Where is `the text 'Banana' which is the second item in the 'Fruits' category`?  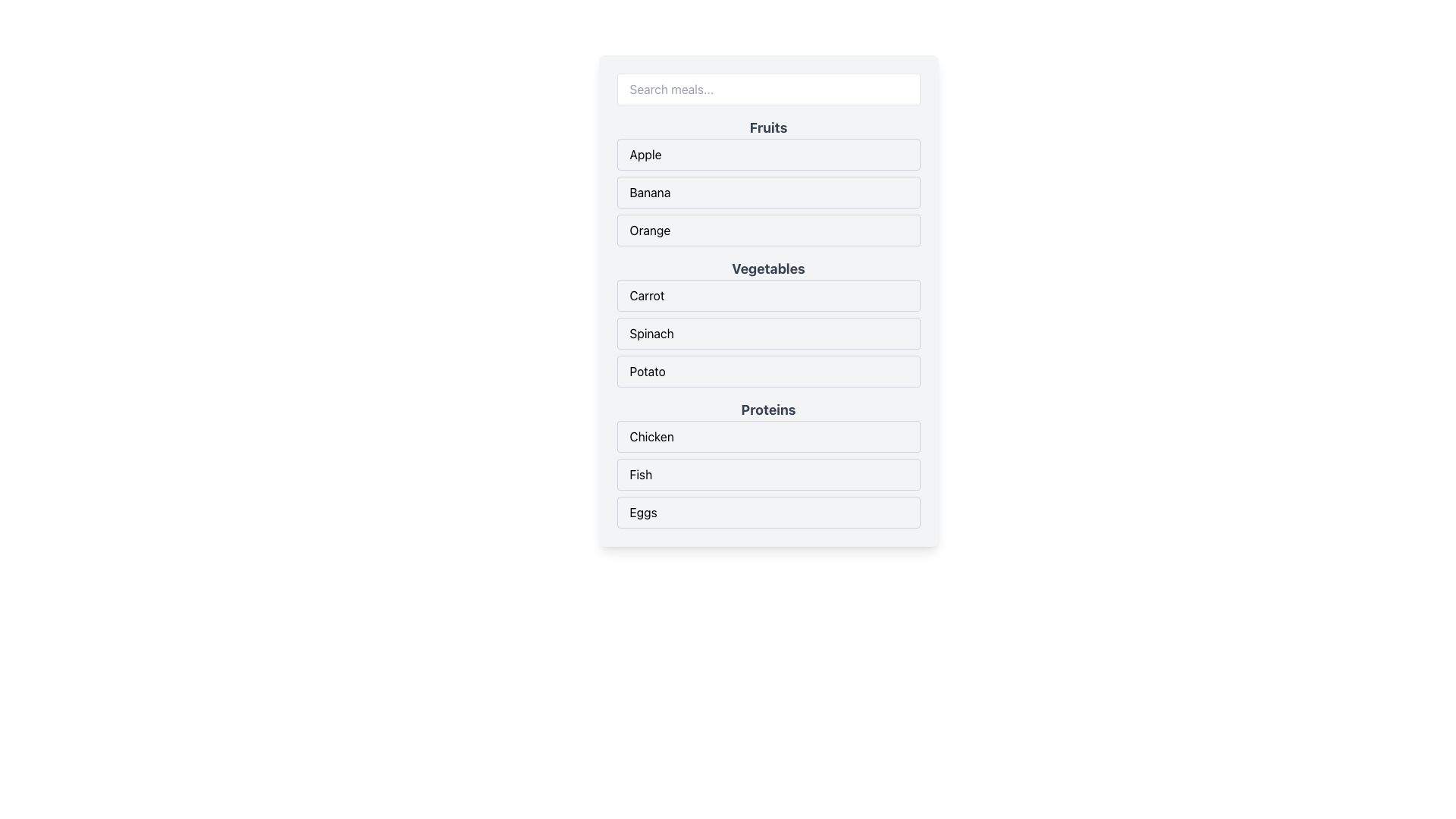
the text 'Banana' which is the second item in the 'Fruits' category is located at coordinates (650, 192).